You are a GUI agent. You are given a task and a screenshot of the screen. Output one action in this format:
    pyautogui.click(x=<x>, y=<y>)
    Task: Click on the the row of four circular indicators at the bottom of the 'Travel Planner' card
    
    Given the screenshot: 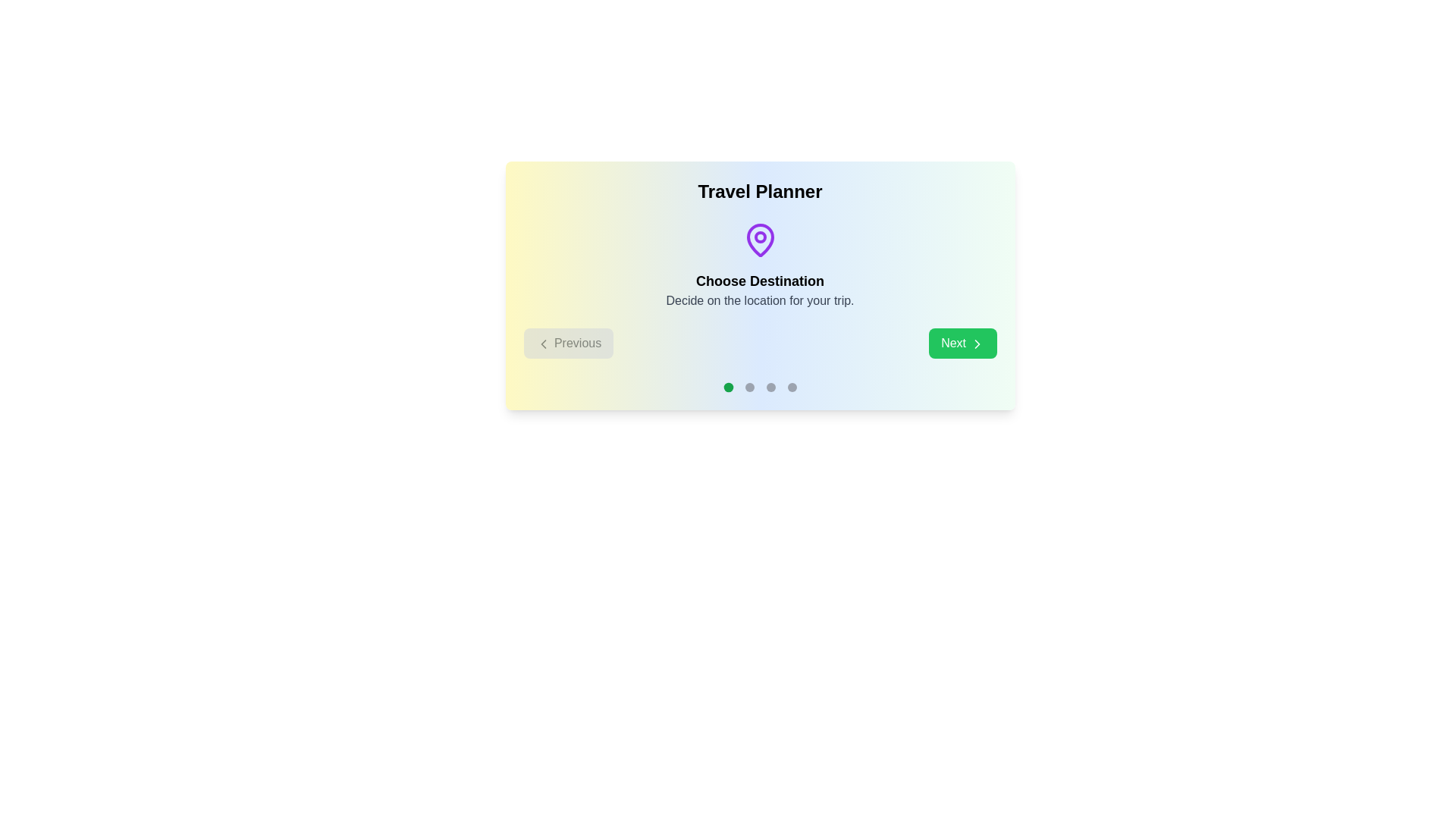 What is the action you would take?
    pyautogui.click(x=760, y=386)
    